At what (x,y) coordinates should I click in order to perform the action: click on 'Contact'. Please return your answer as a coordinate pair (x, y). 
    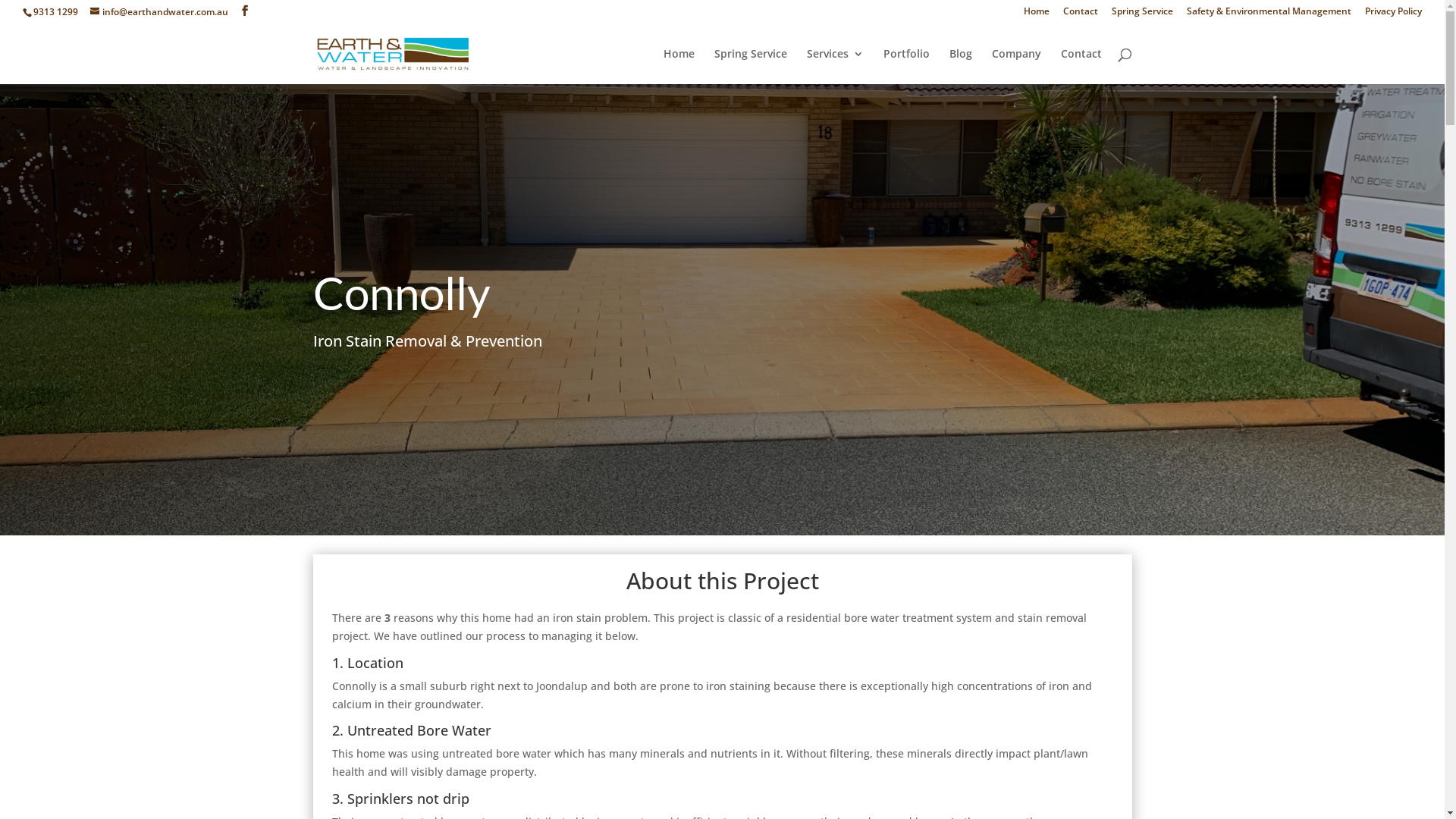
    Looking at the image, I should click on (1062, 14).